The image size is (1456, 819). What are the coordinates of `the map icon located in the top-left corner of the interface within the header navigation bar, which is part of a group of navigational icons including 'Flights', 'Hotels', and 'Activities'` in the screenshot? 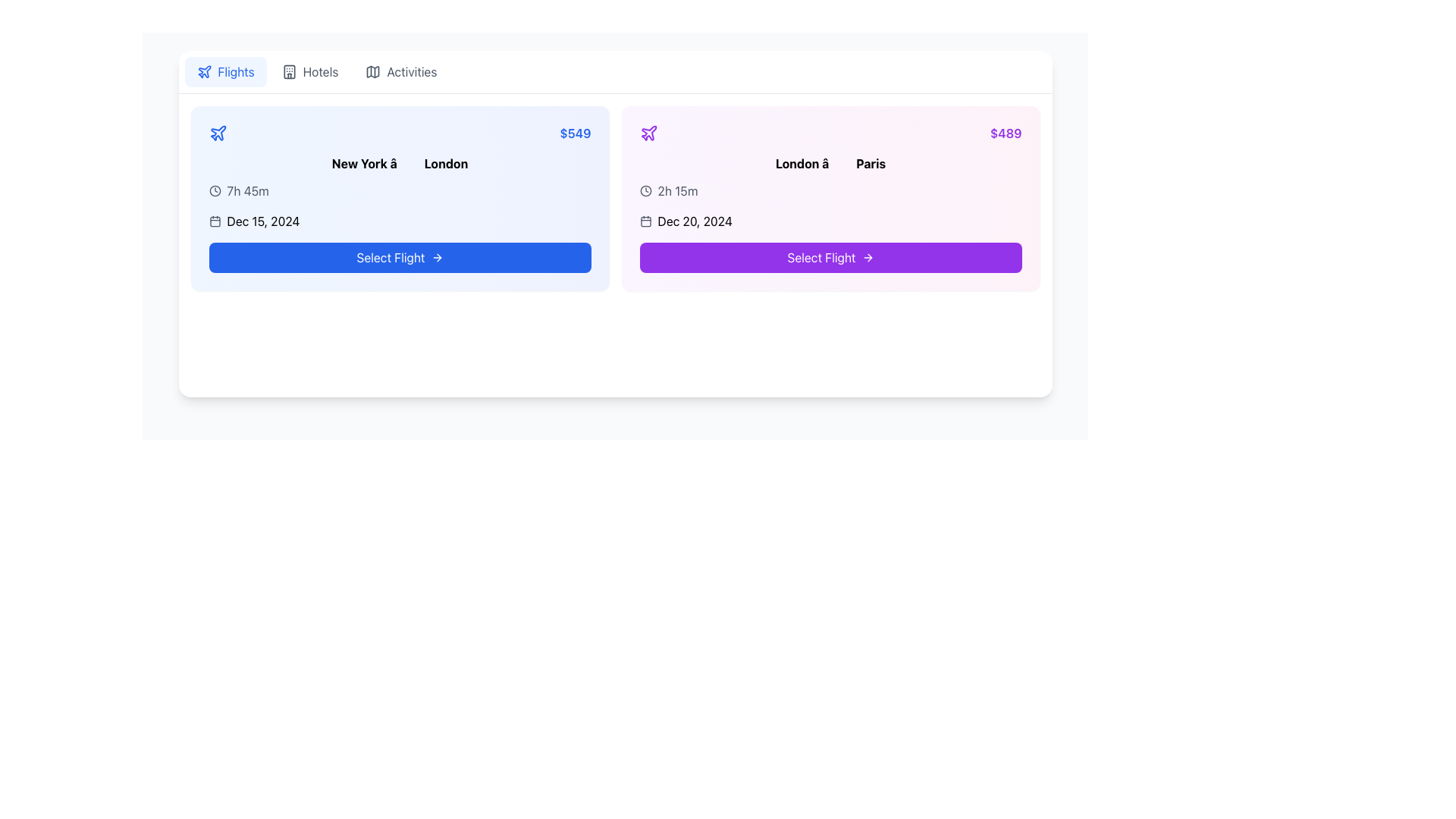 It's located at (373, 72).